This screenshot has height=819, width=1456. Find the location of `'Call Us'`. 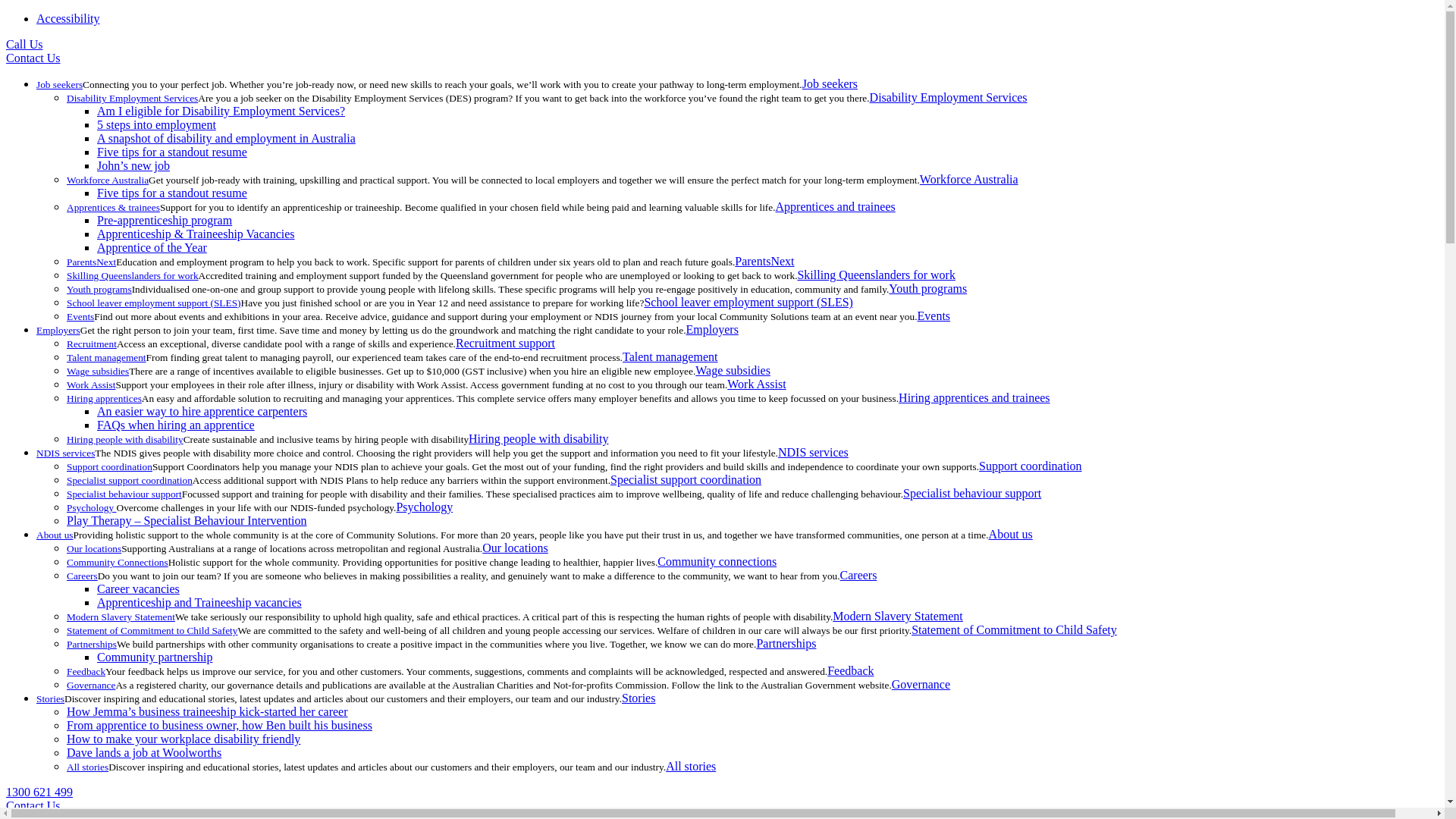

'Call Us' is located at coordinates (24, 43).